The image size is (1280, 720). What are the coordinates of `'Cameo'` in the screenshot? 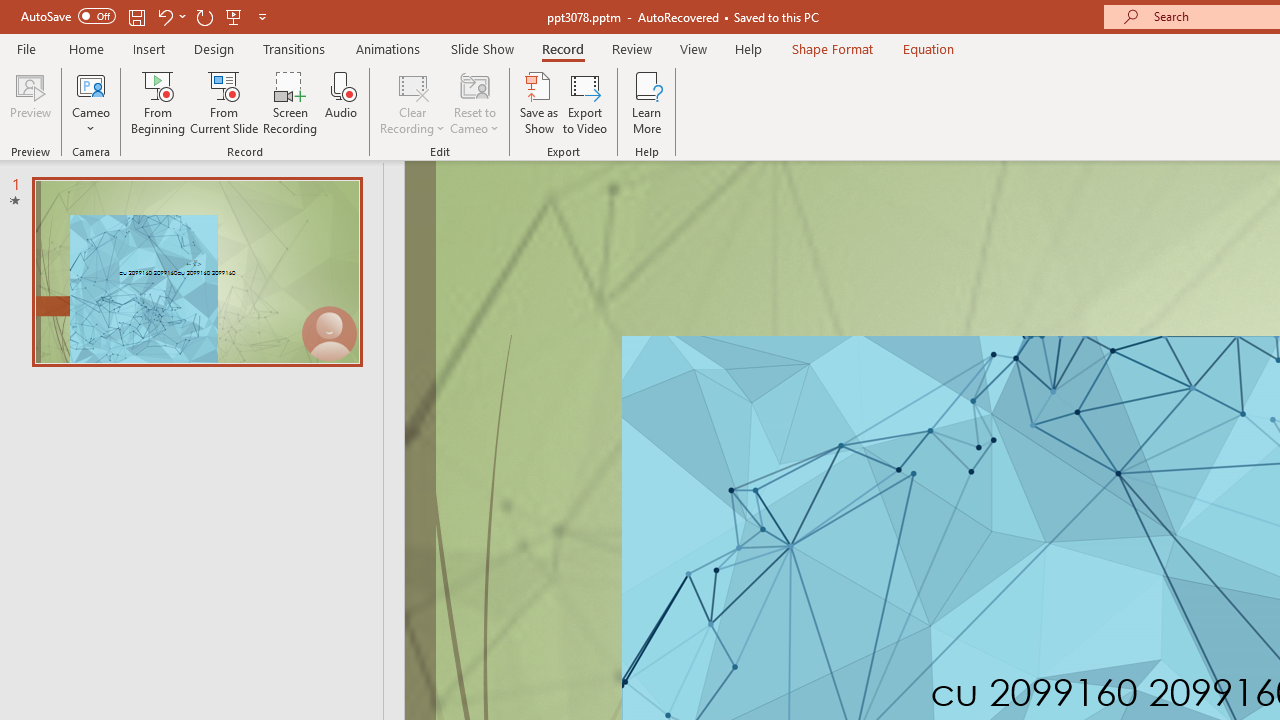 It's located at (90, 84).